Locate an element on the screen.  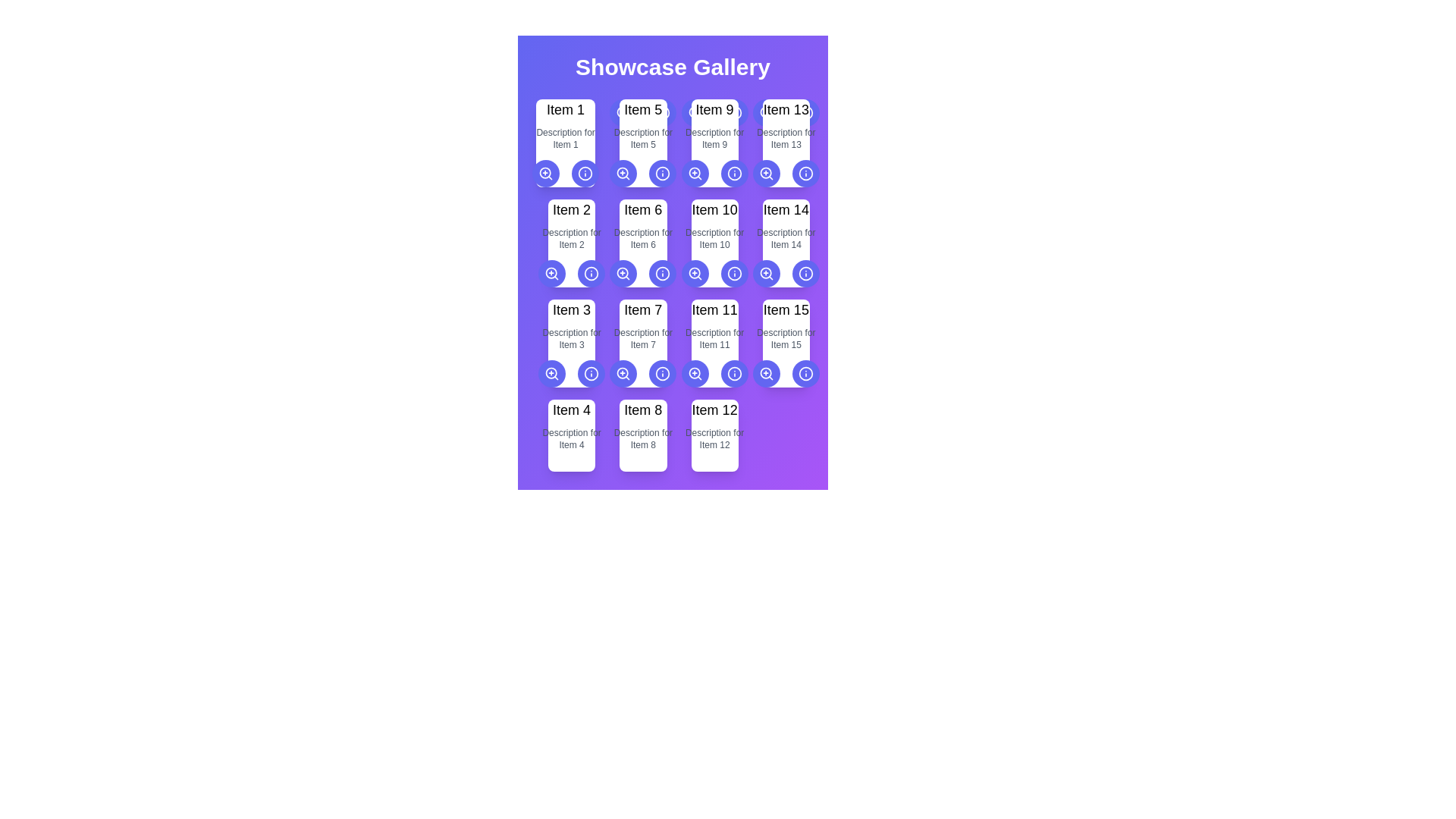
the magnifying glass action button on the card titled 'Item 14' to zoom in is located at coordinates (786, 242).